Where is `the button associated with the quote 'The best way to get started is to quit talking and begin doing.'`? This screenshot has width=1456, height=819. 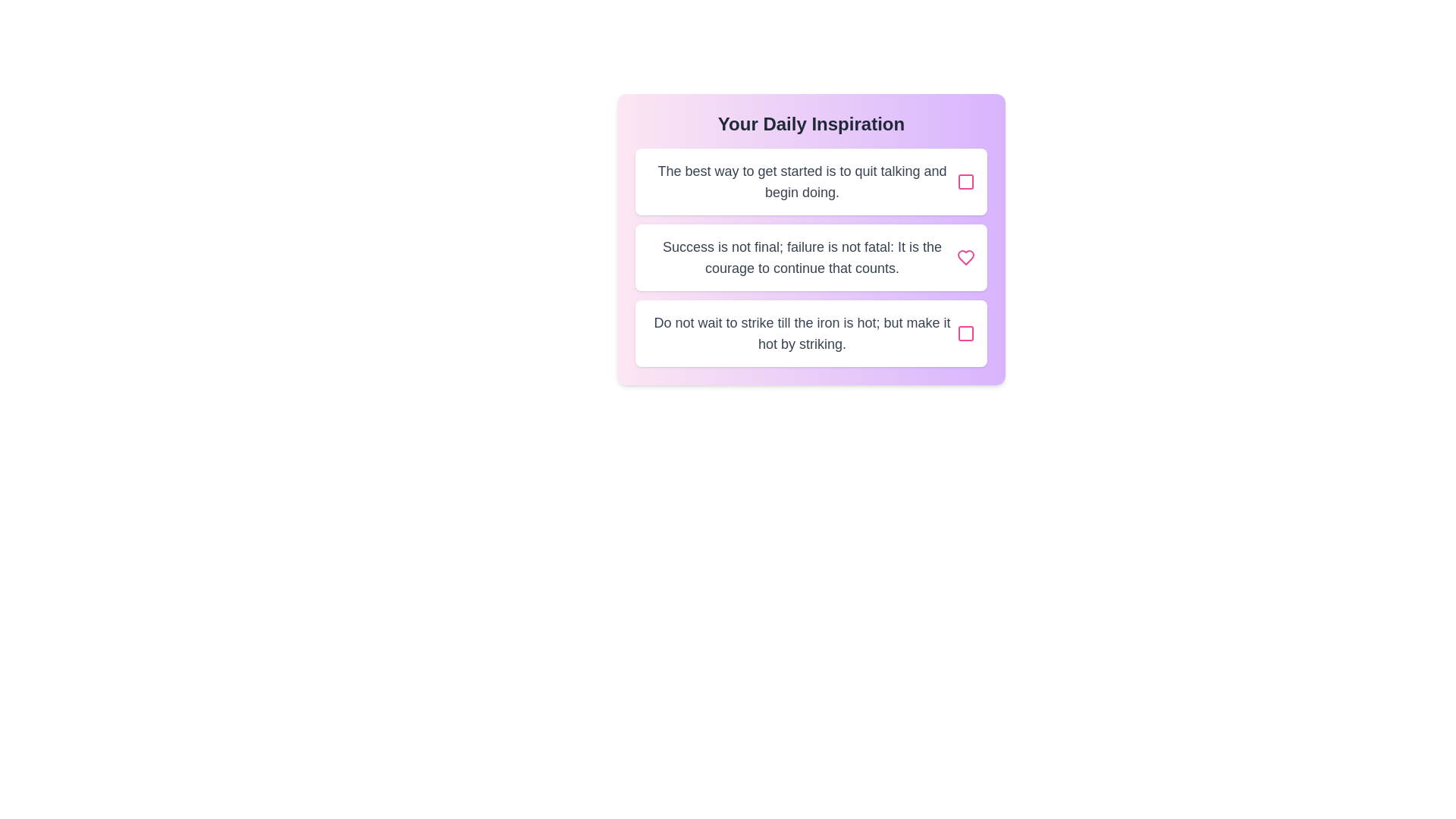 the button associated with the quote 'The best way to get started is to quit talking and begin doing.' is located at coordinates (965, 180).